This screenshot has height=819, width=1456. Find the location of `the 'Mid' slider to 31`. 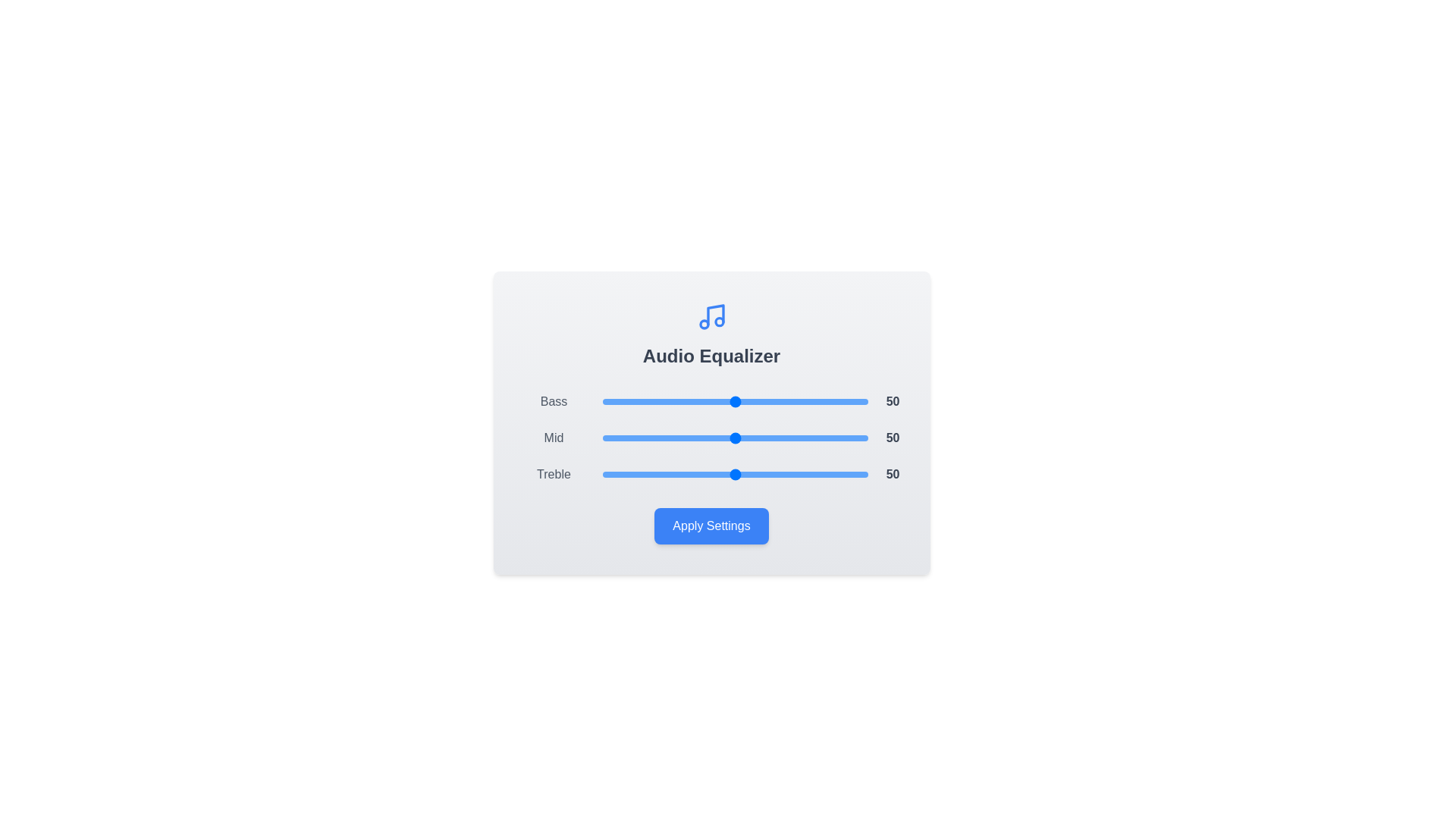

the 'Mid' slider to 31 is located at coordinates (683, 438).